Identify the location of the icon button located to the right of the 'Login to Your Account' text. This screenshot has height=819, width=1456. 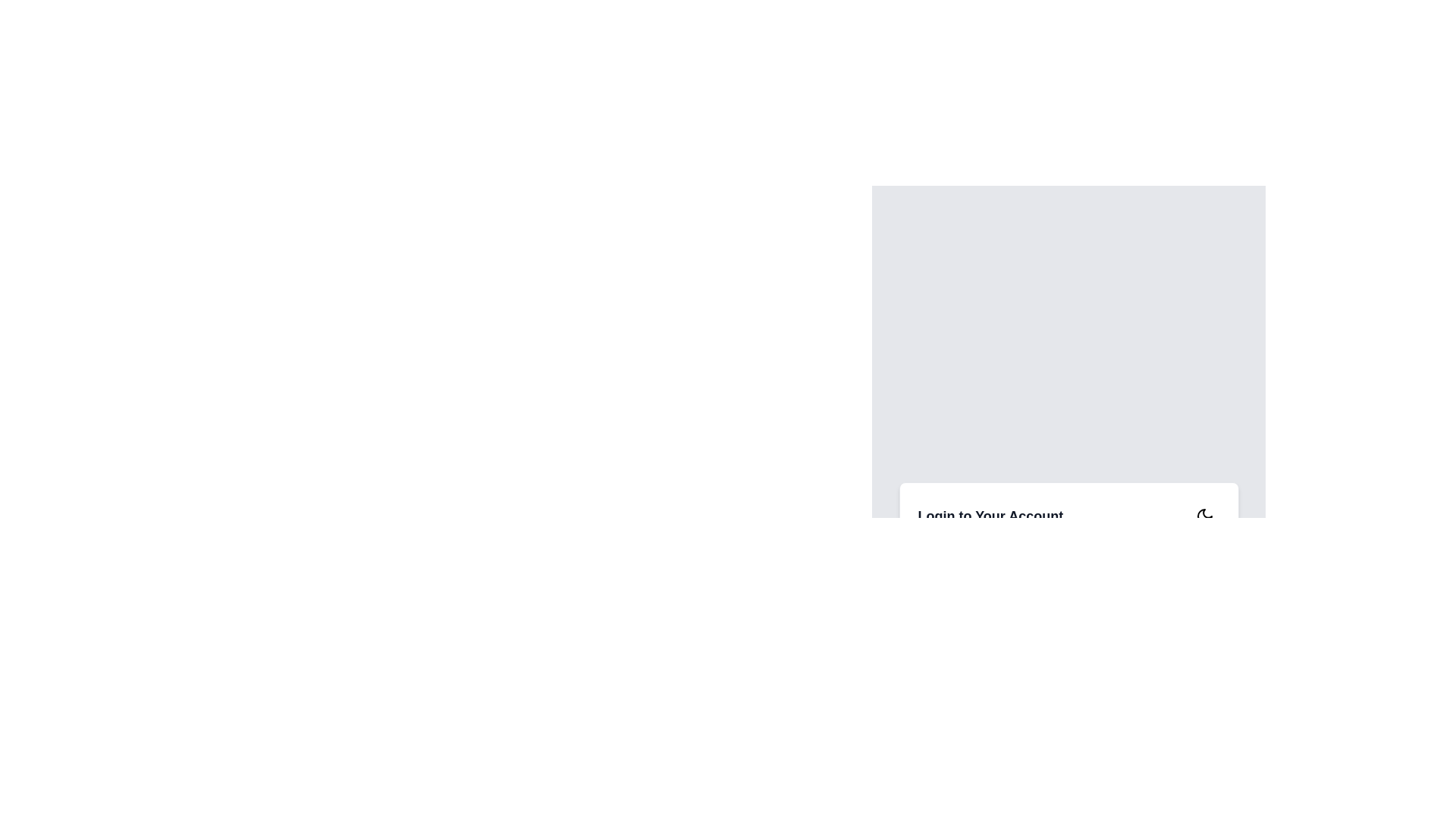
(1203, 516).